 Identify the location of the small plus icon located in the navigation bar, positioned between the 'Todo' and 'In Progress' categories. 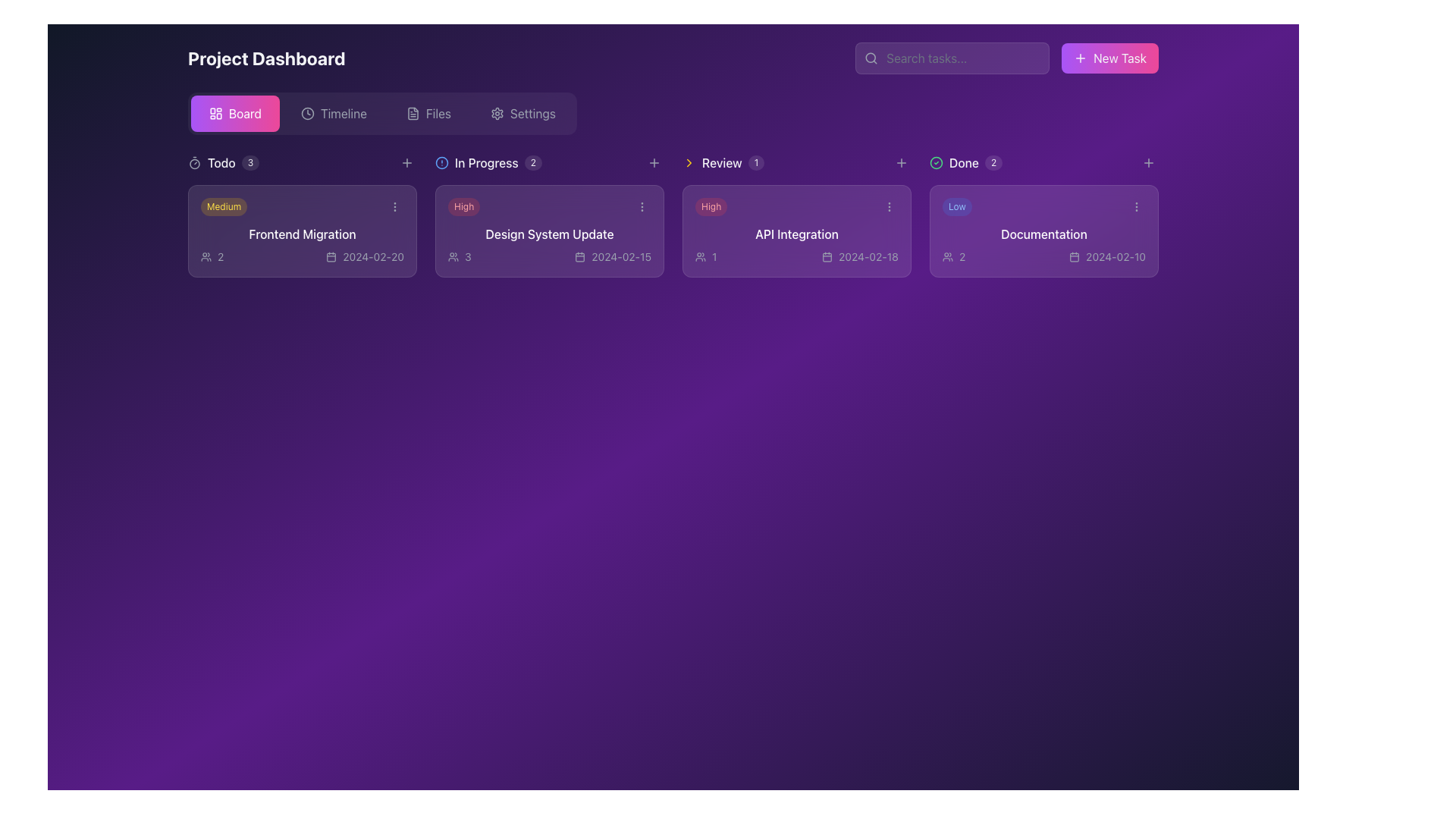
(407, 163).